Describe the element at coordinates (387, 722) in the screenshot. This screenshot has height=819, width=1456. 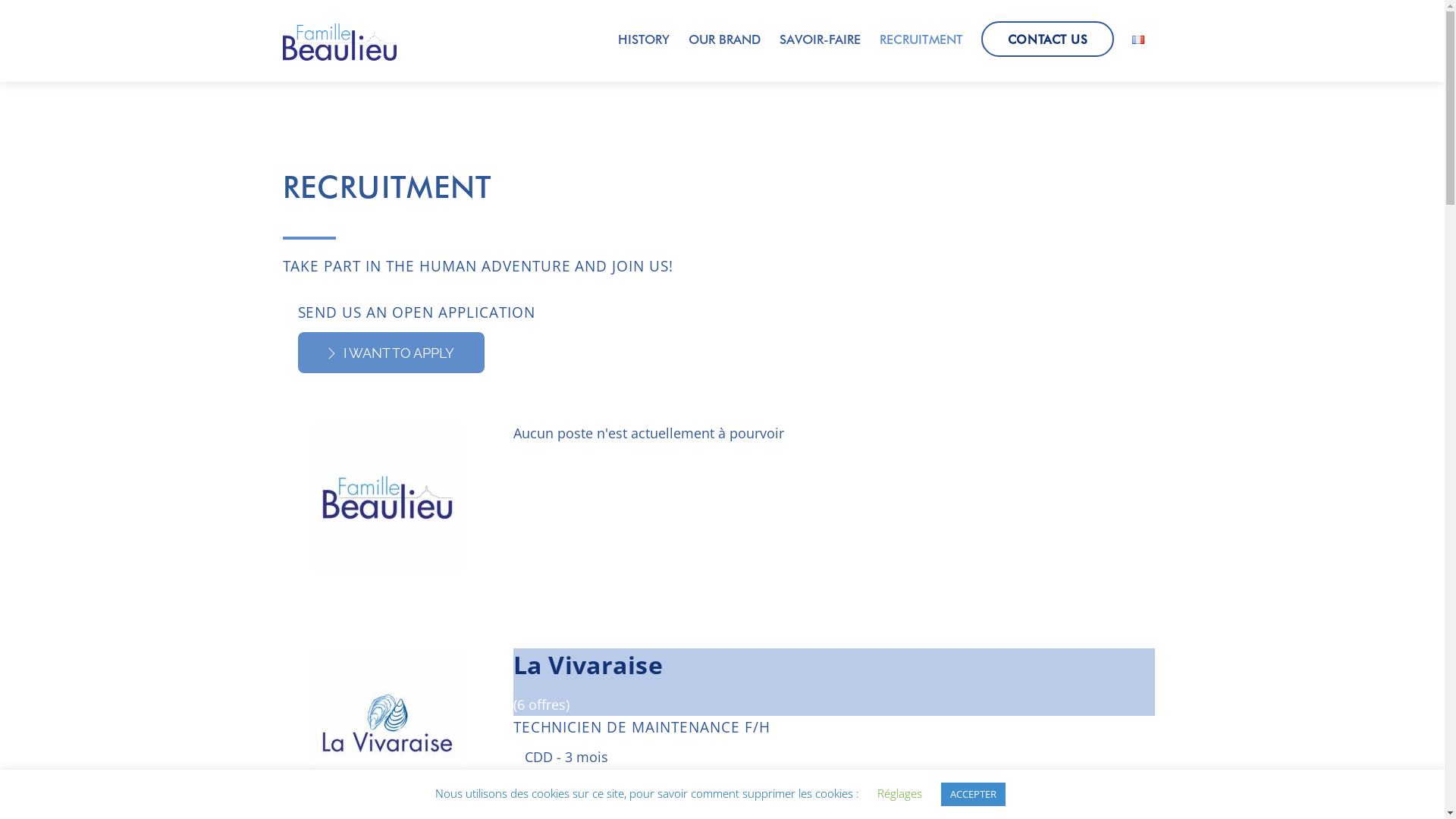
I see `'La Vivaraise'` at that location.